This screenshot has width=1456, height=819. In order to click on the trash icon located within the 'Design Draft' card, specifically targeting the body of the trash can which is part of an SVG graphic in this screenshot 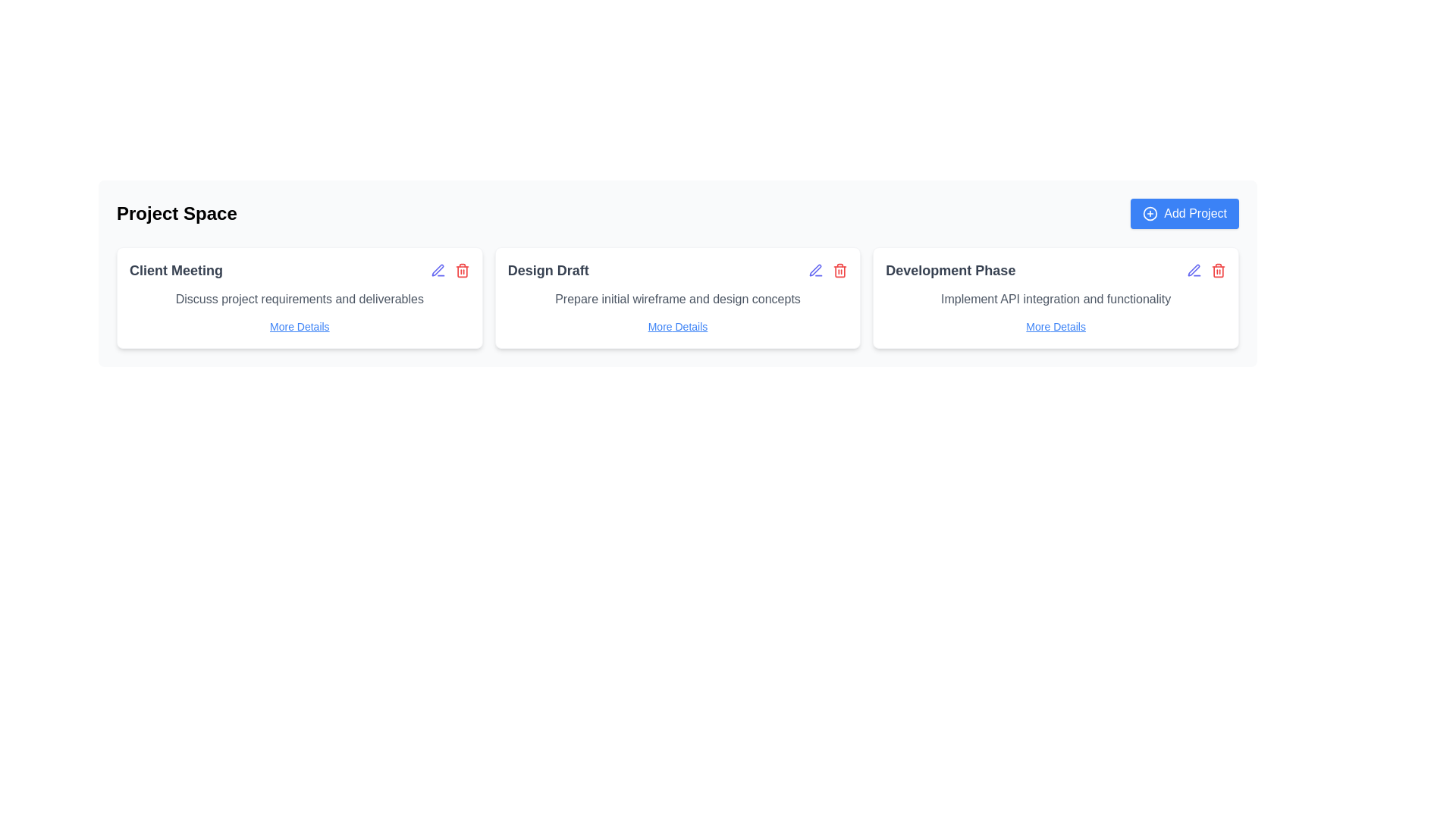, I will do `click(839, 271)`.